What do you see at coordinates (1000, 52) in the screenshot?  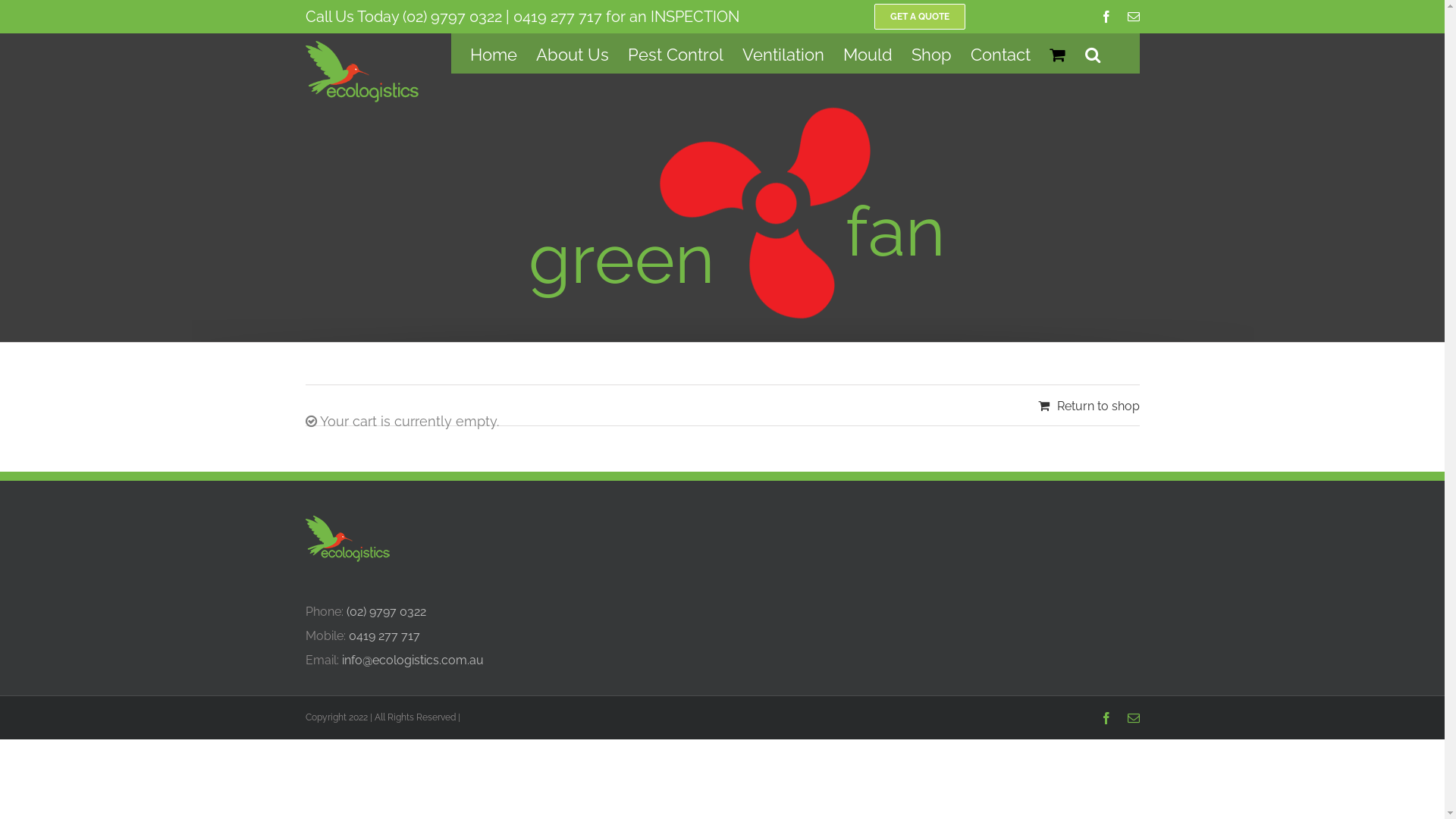 I see `'Contact'` at bounding box center [1000, 52].